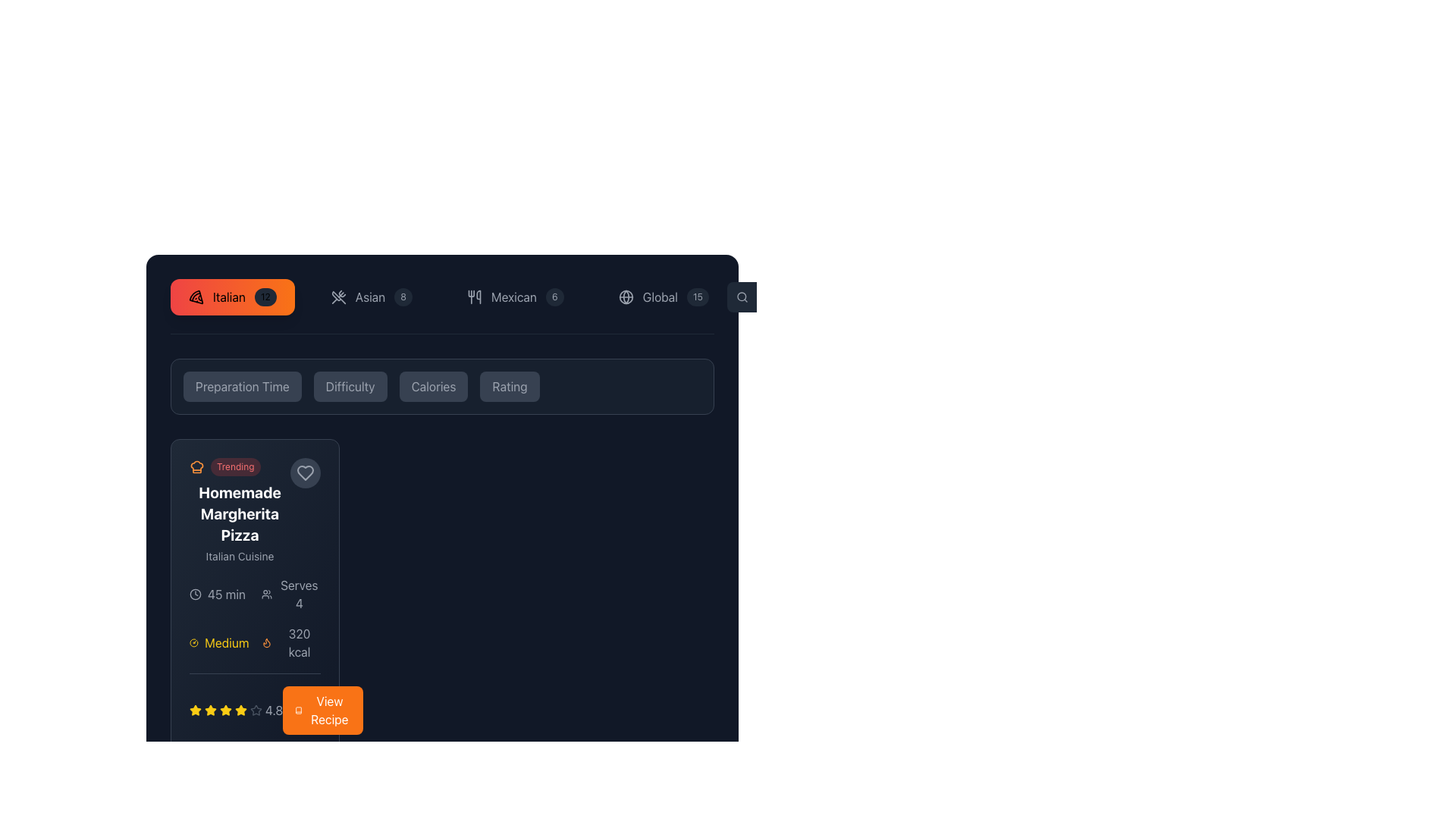 The height and width of the screenshot is (819, 1456). Describe the element at coordinates (195, 593) in the screenshot. I see `the circular graphical element in the center of the clock icon located at the top-left corner of the recipe card` at that location.